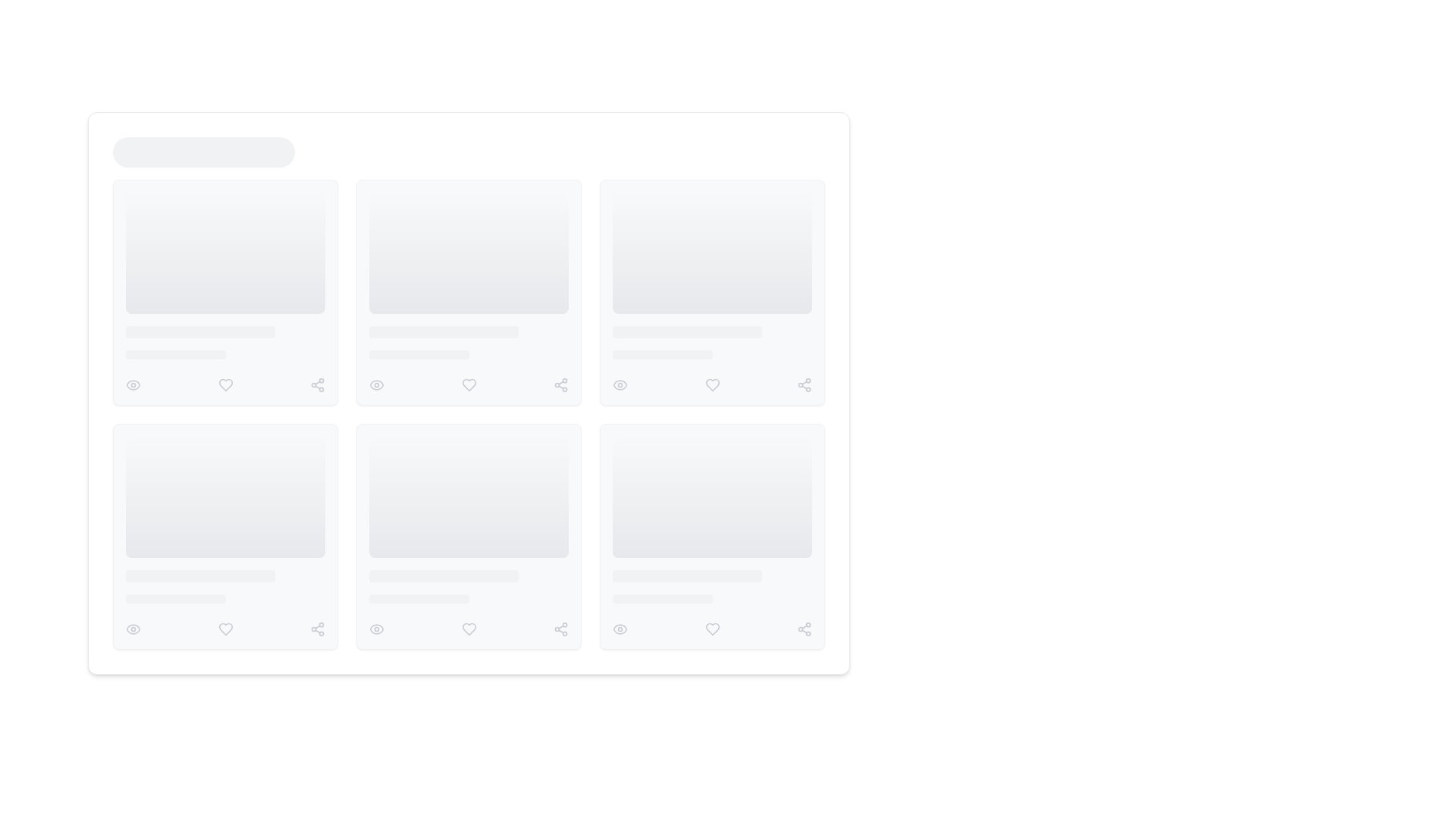 The width and height of the screenshot is (1456, 819). I want to click on the Placeholder/Loading Card, which is the second card in the first row of a three-column grid layout, located in the central column, so click(468, 292).